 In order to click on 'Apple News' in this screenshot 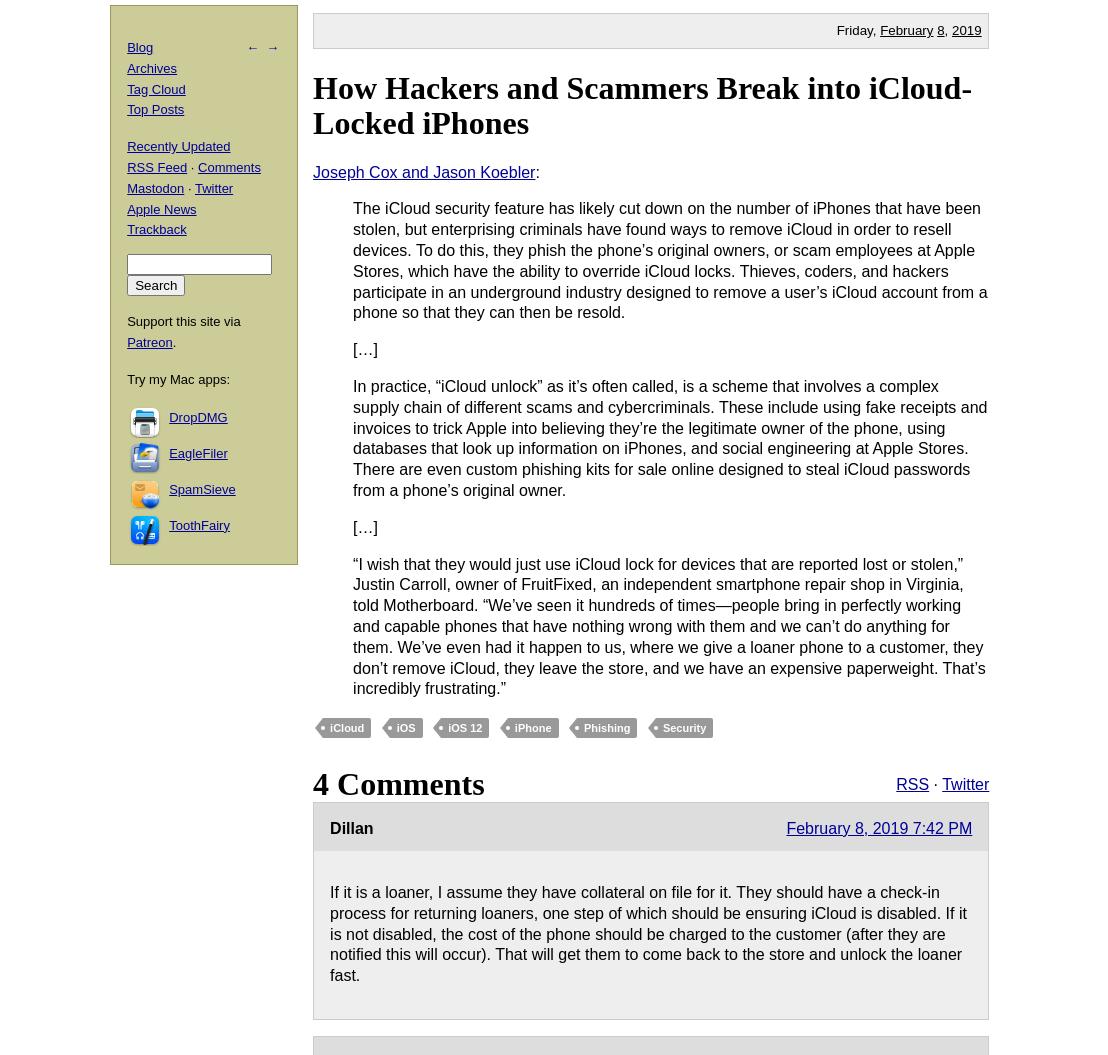, I will do `click(126, 207)`.